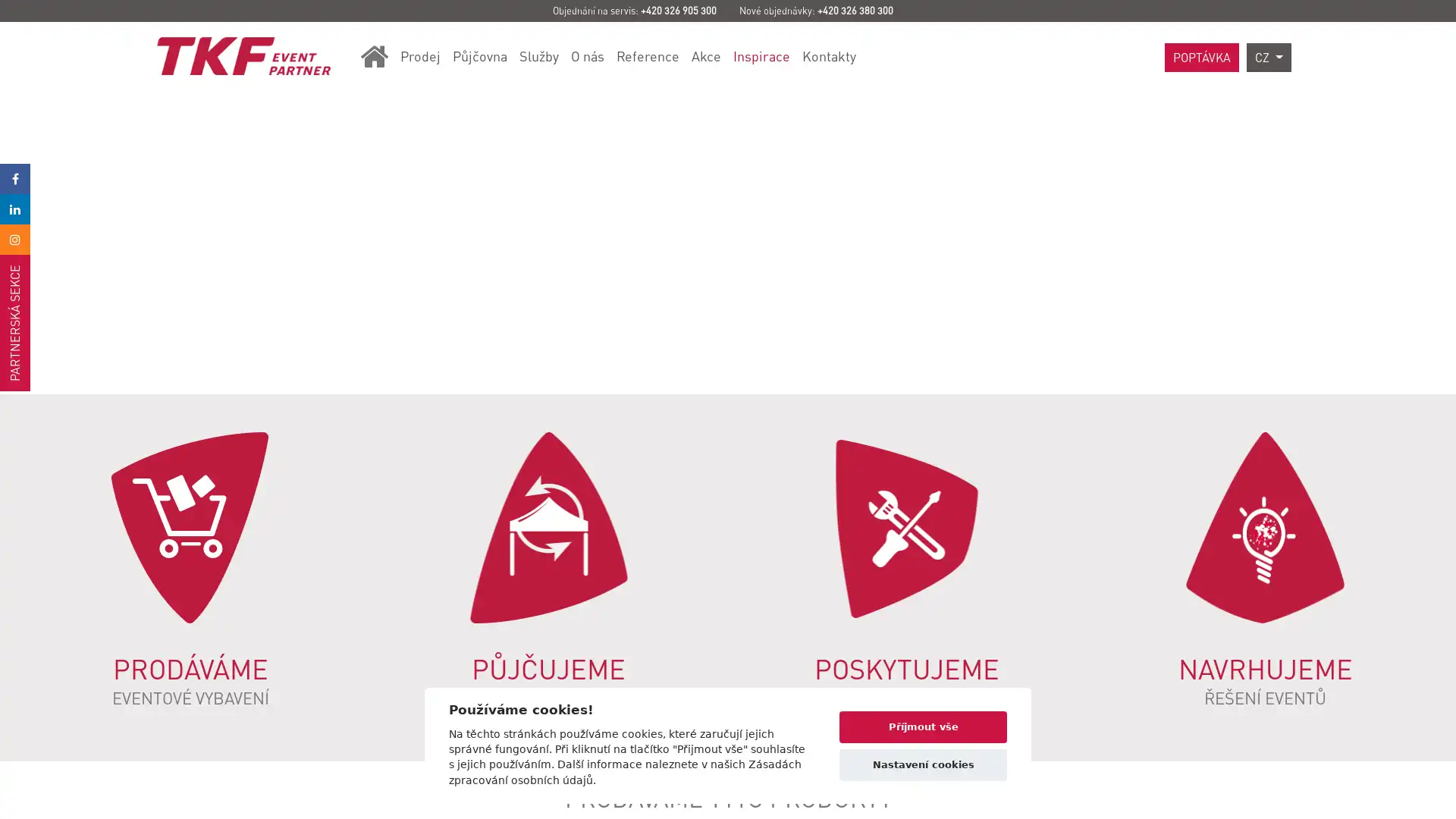  Describe the element at coordinates (922, 764) in the screenshot. I see `Nastaveni cookies` at that location.